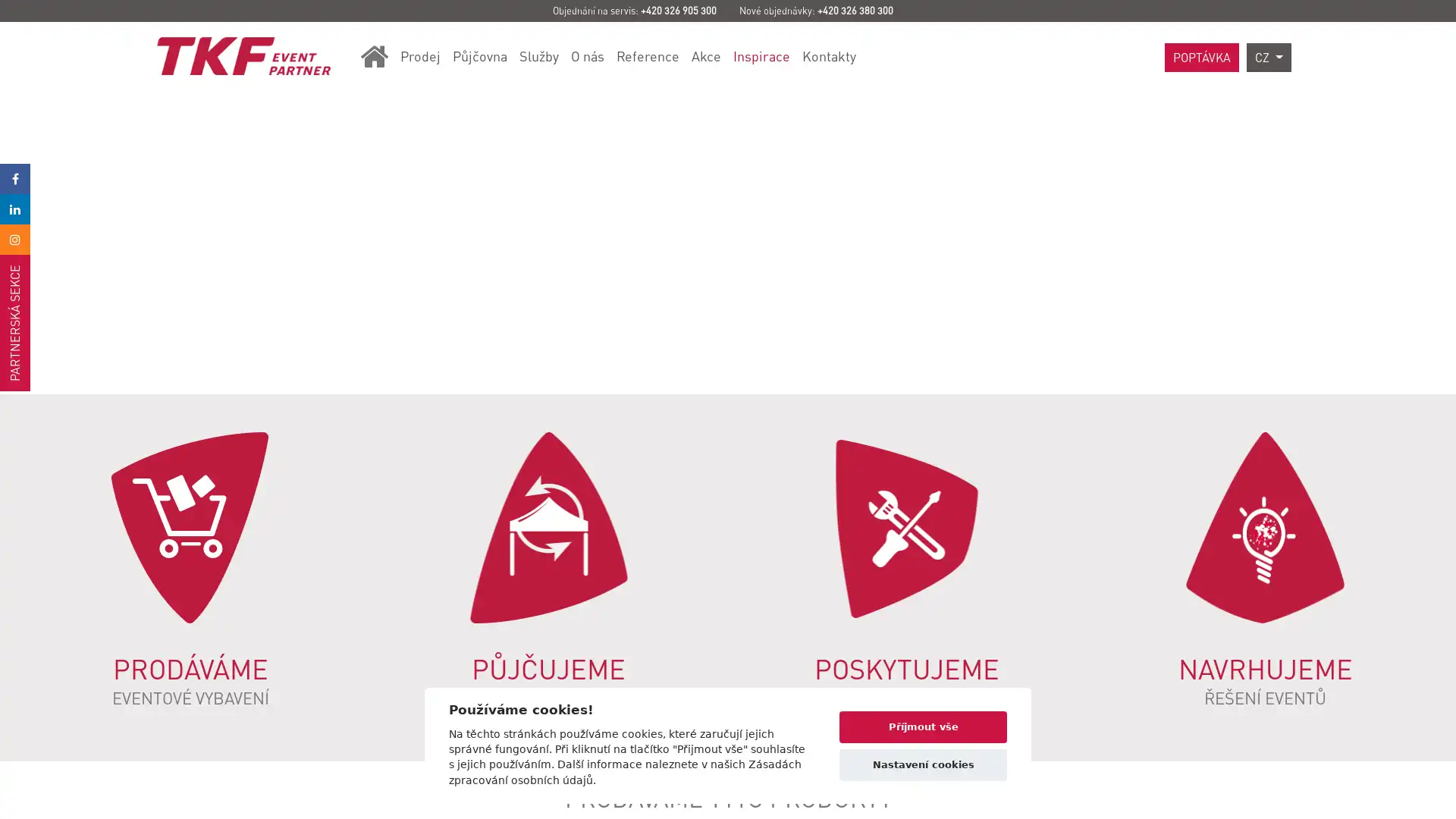  Describe the element at coordinates (922, 764) in the screenshot. I see `Nastaveni cookies` at that location.